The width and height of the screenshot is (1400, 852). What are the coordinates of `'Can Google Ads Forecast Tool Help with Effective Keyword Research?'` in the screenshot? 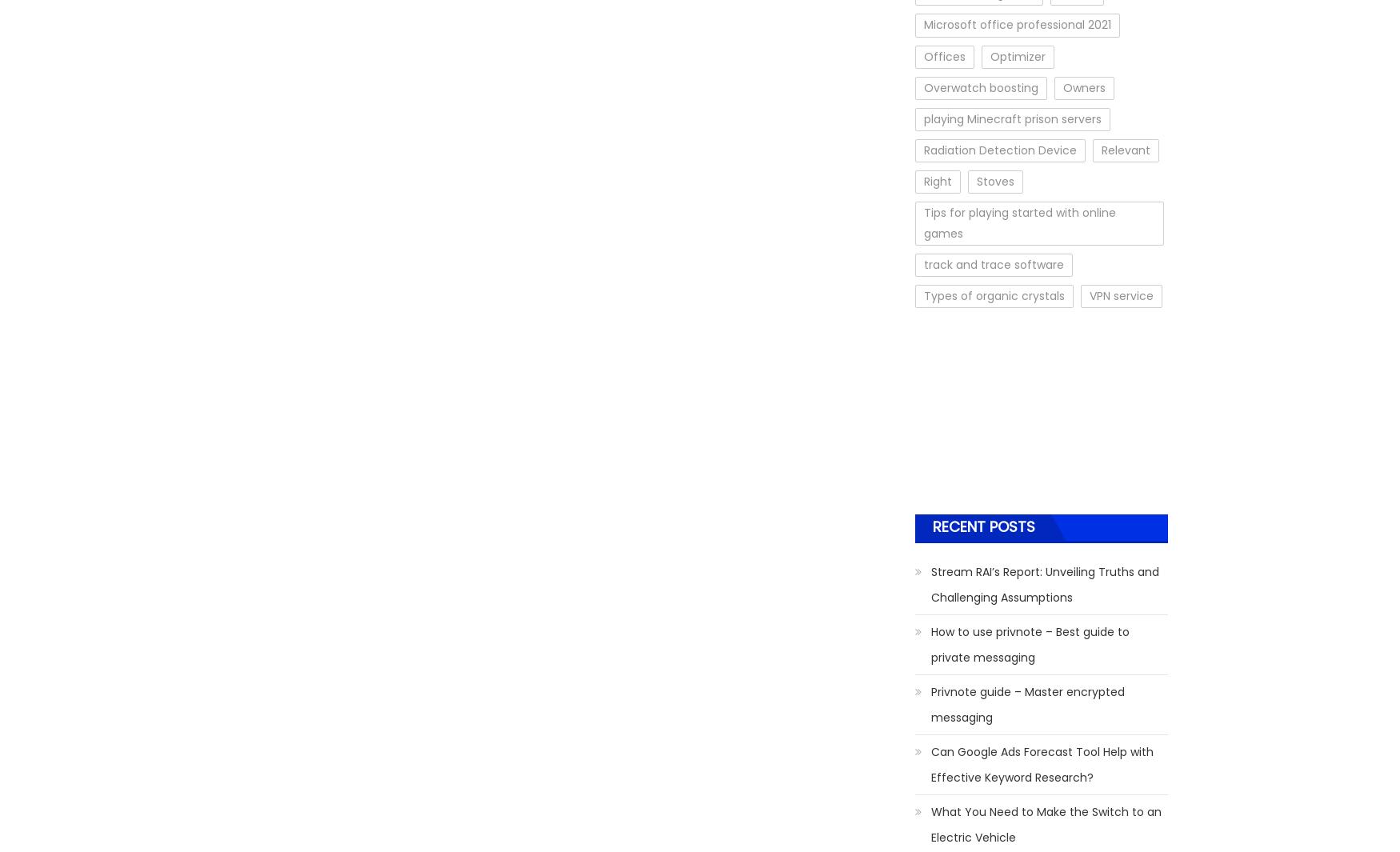 It's located at (1042, 763).